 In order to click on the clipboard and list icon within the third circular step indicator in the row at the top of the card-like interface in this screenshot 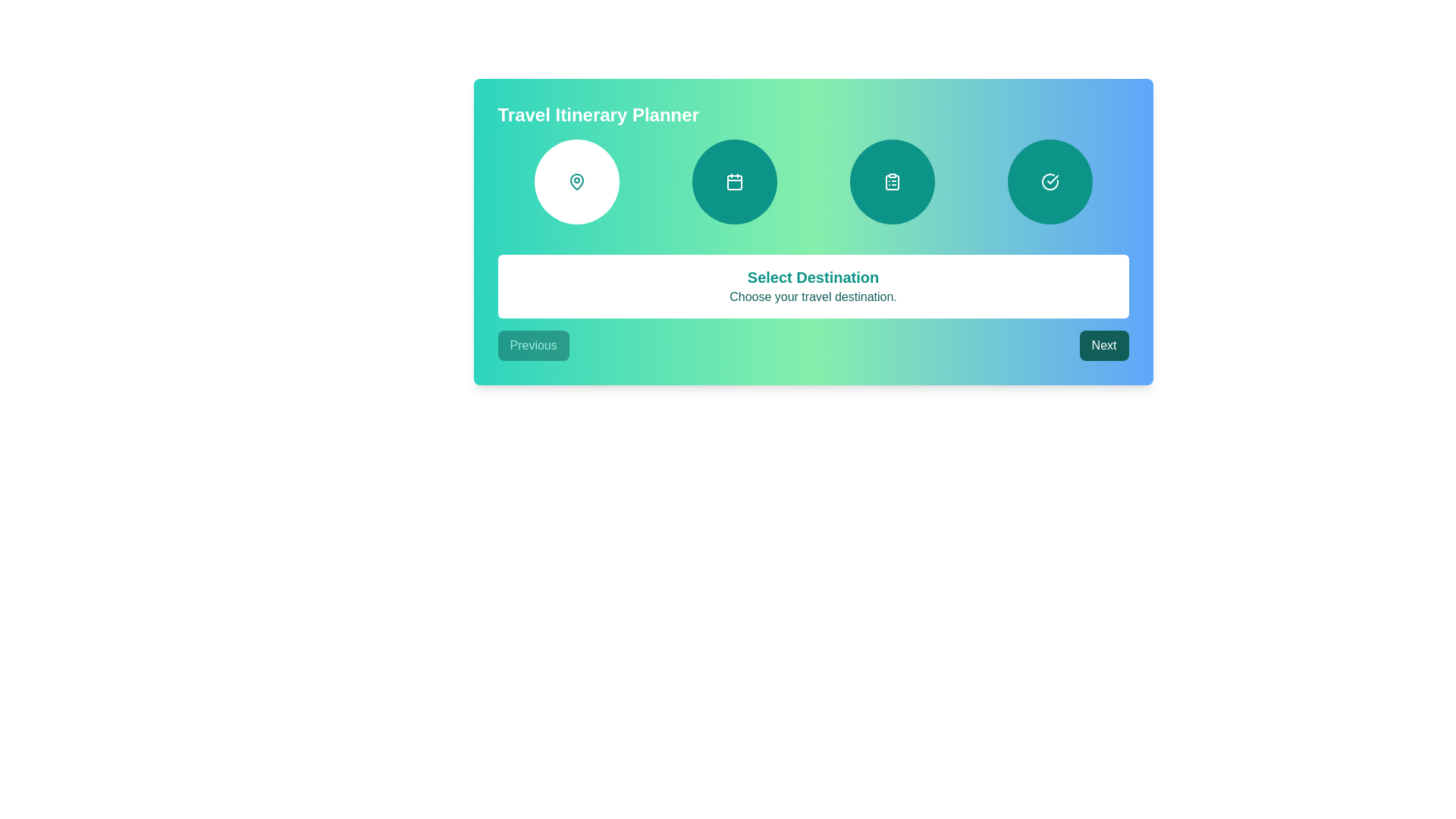, I will do `click(892, 180)`.